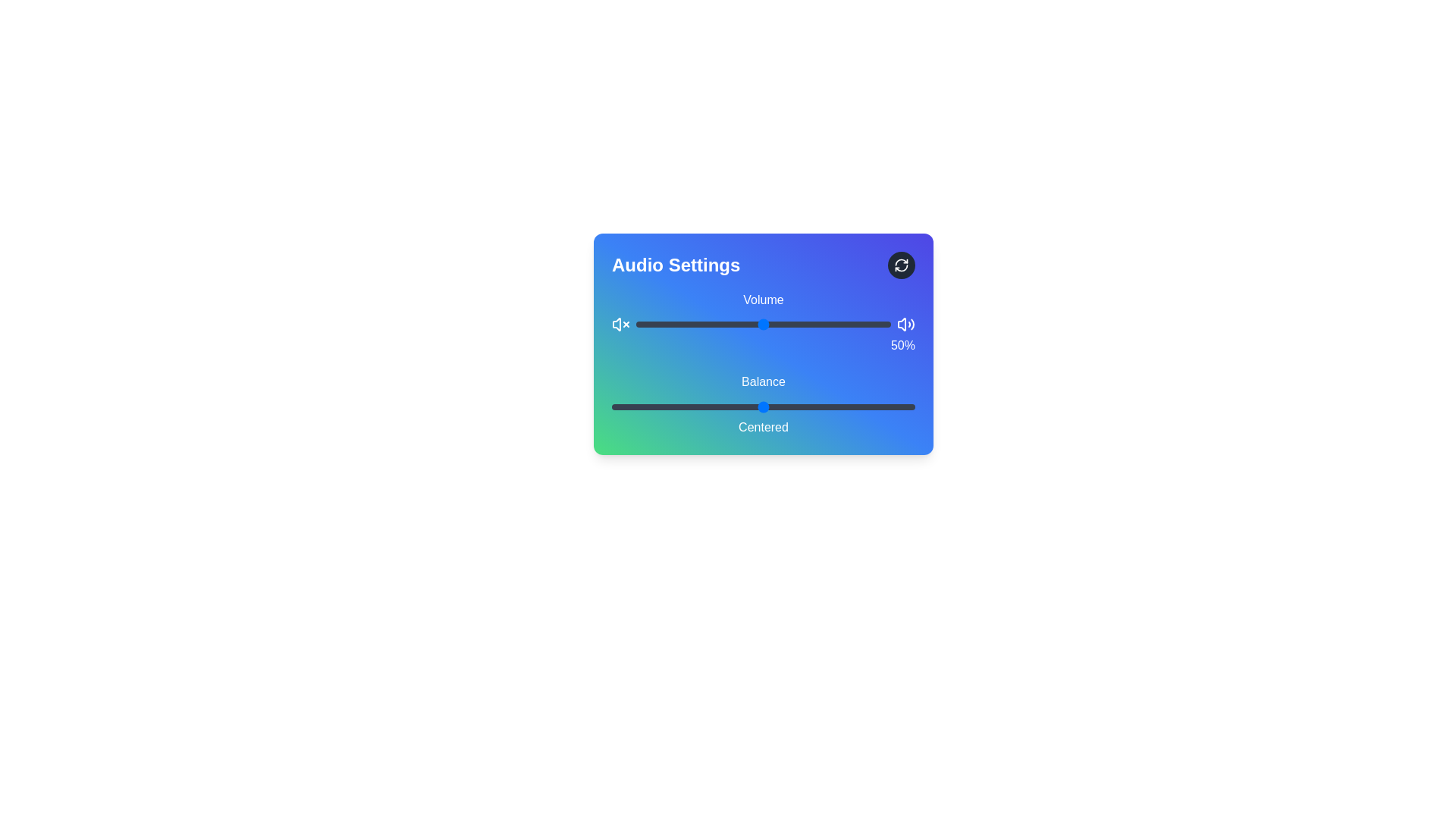 Image resolution: width=1456 pixels, height=819 pixels. What do you see at coordinates (764, 427) in the screenshot?
I see `the non-interactive text label indicating that the audio balance is centered, located at the bottom of the 'Balance' section` at bounding box center [764, 427].